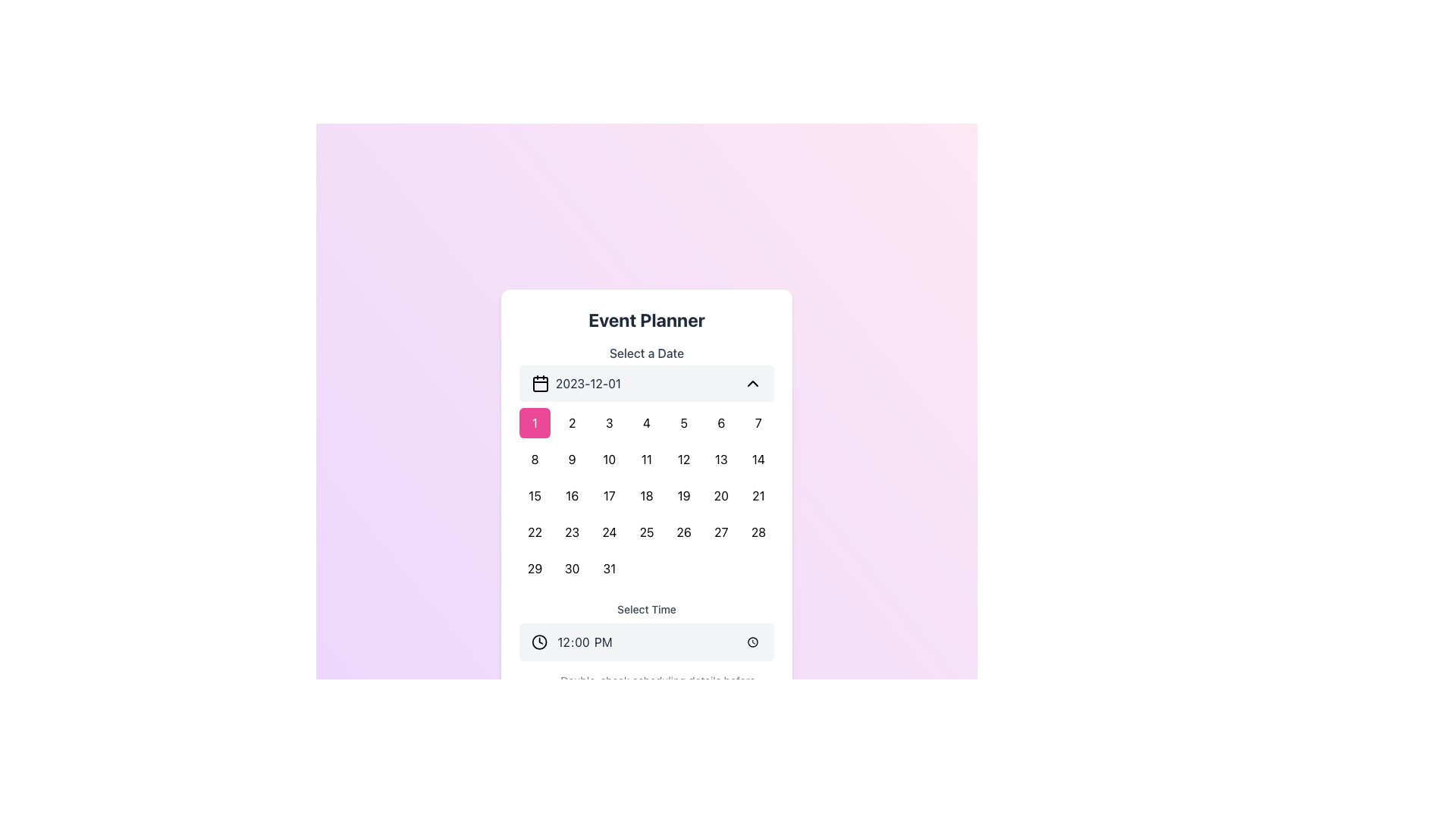 This screenshot has height=819, width=1456. Describe the element at coordinates (539, 642) in the screenshot. I see `the clock icon in the 'Select Time' section, which features a circular outline and hands indicating time` at that location.